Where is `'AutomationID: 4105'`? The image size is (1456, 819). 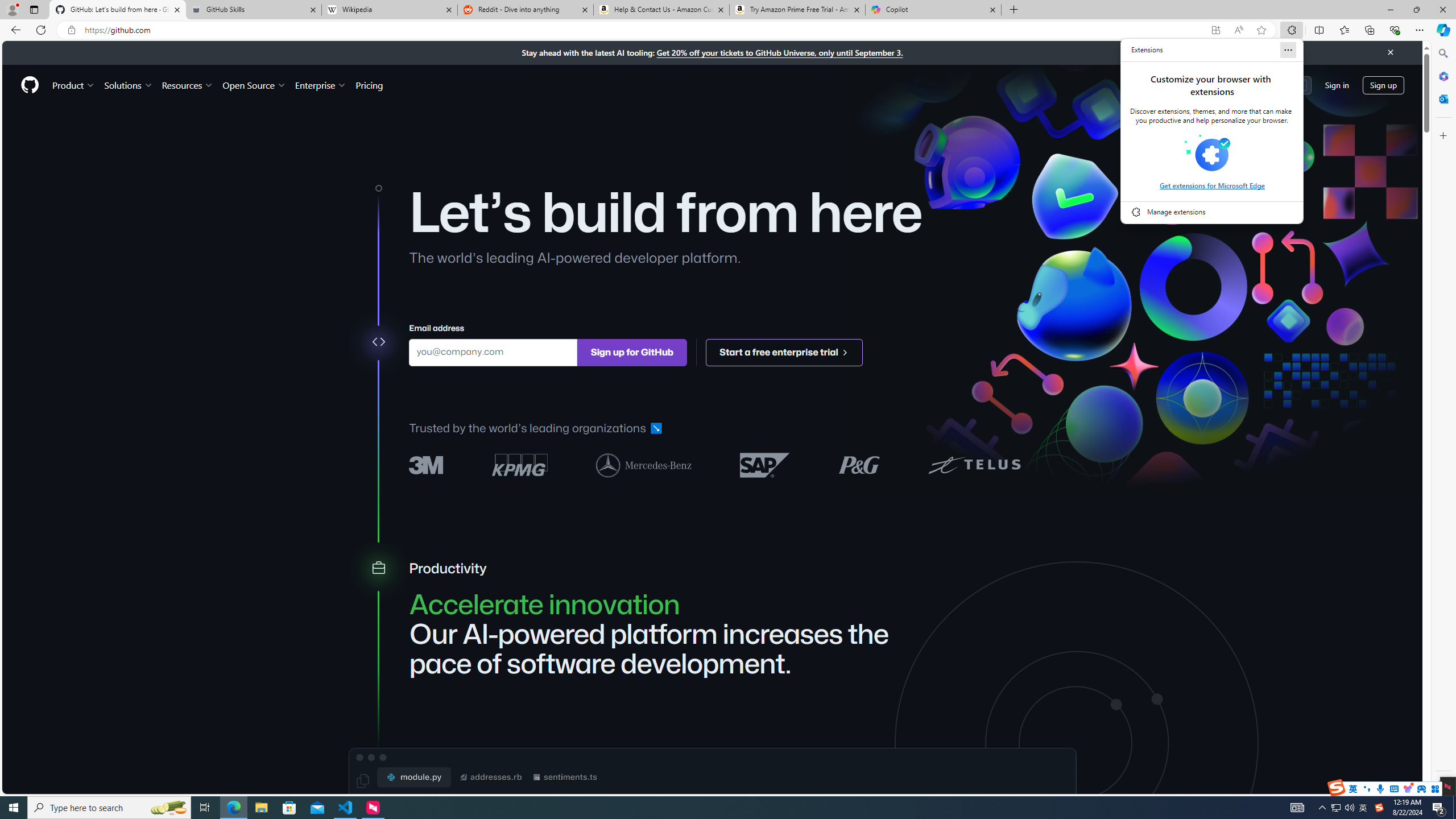
'AutomationID: 4105' is located at coordinates (1296, 806).